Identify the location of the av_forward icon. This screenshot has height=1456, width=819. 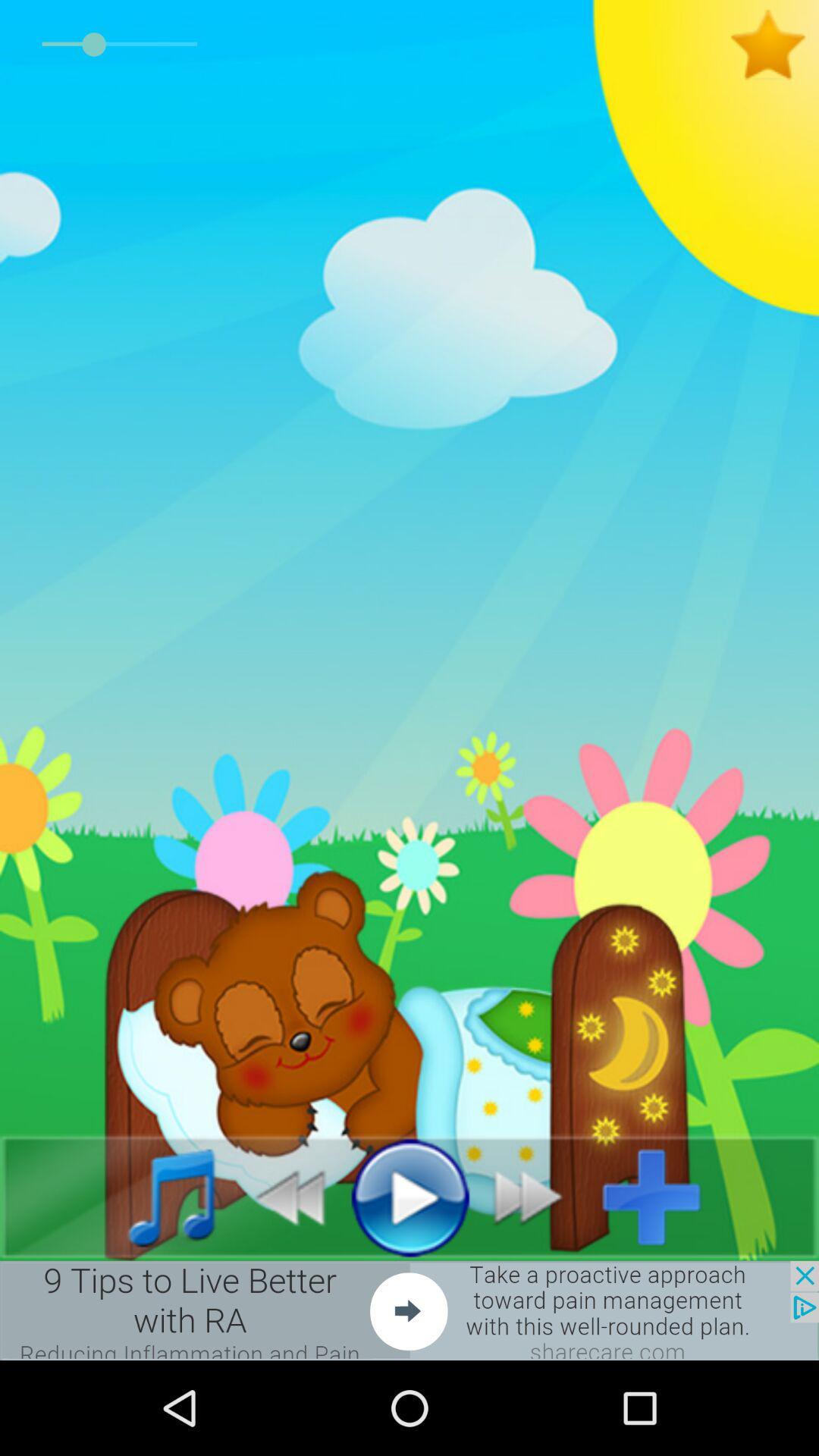
(536, 1196).